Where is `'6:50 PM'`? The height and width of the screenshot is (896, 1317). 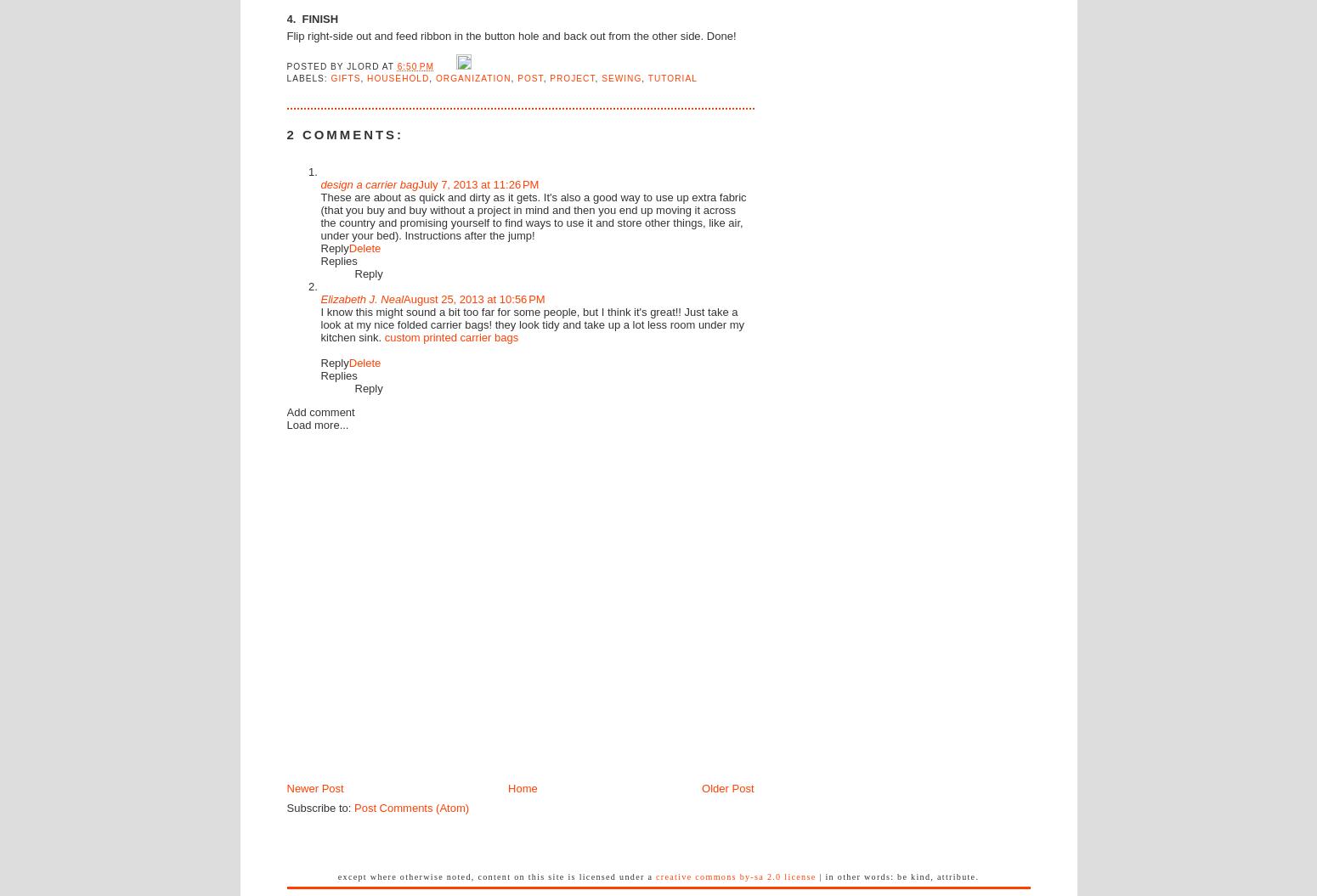
'6:50 PM' is located at coordinates (415, 65).